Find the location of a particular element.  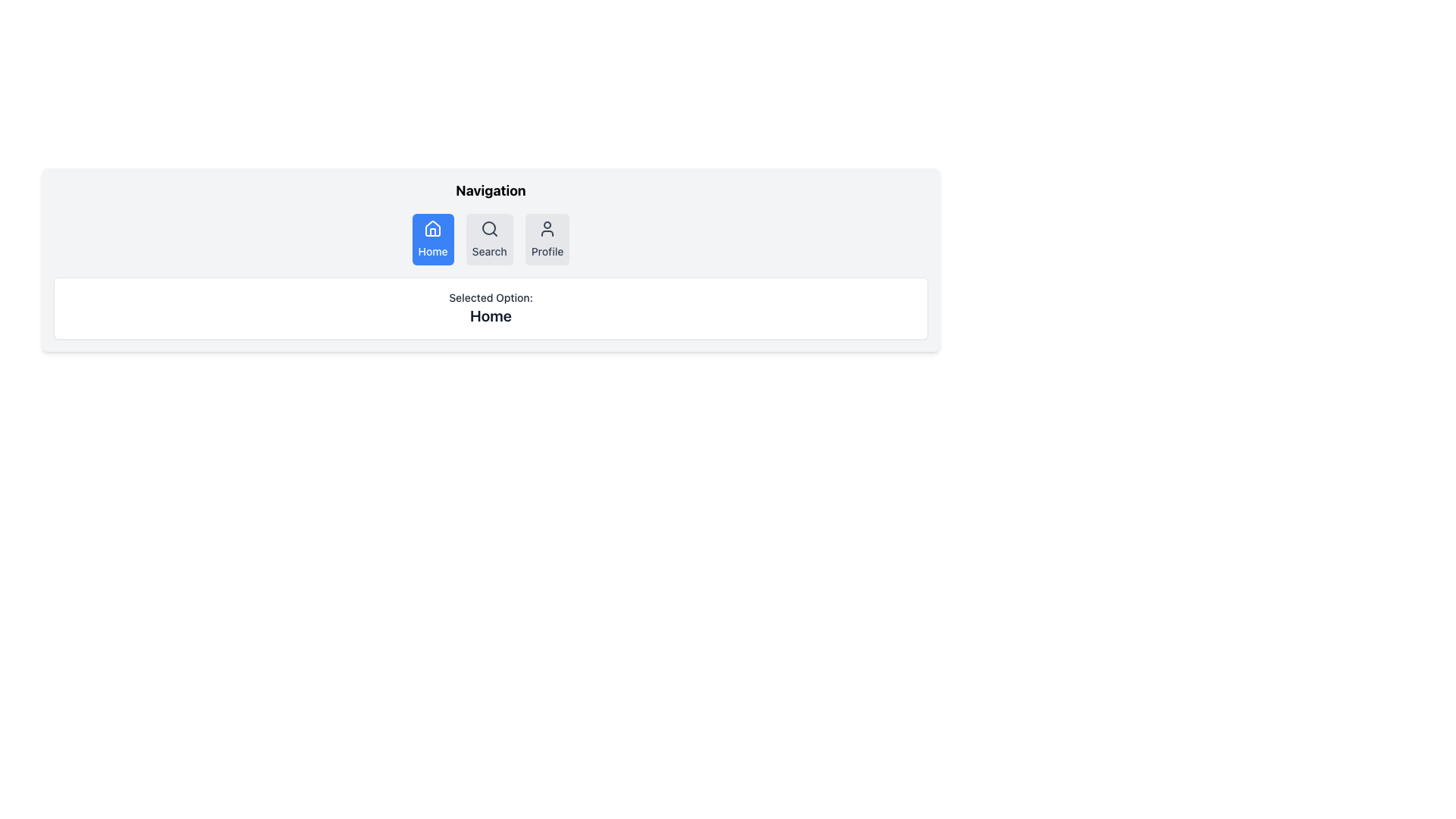

the circular search icon with a transparent fill and dark stroke located in the navigation bar, which is part of the magnifying glass symbol is located at coordinates (488, 227).